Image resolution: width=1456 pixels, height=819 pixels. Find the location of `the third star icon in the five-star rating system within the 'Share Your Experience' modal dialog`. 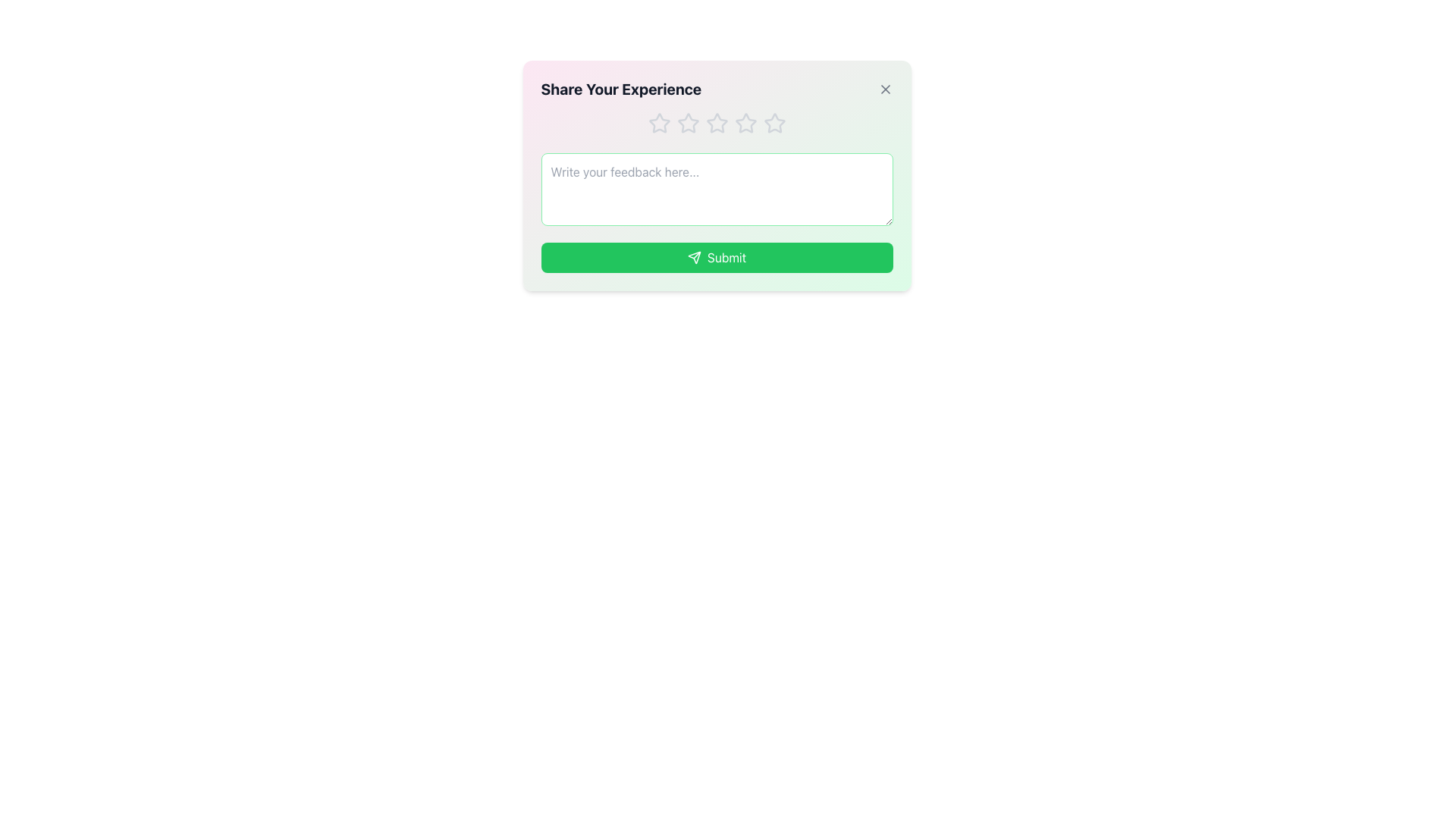

the third star icon in the five-star rating system within the 'Share Your Experience' modal dialog is located at coordinates (716, 122).